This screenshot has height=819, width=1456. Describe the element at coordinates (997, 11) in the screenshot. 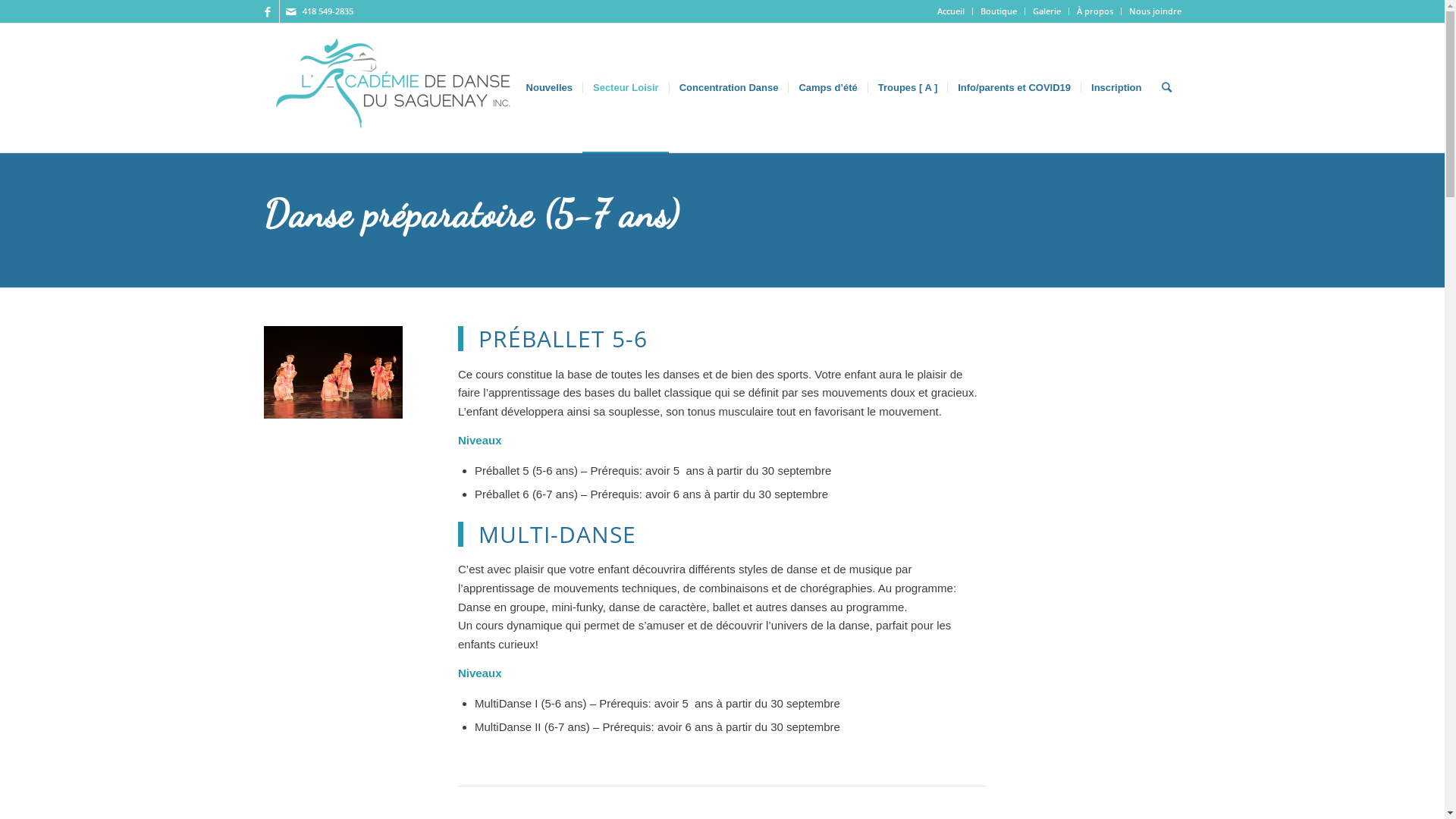

I see `'Boutique'` at that location.